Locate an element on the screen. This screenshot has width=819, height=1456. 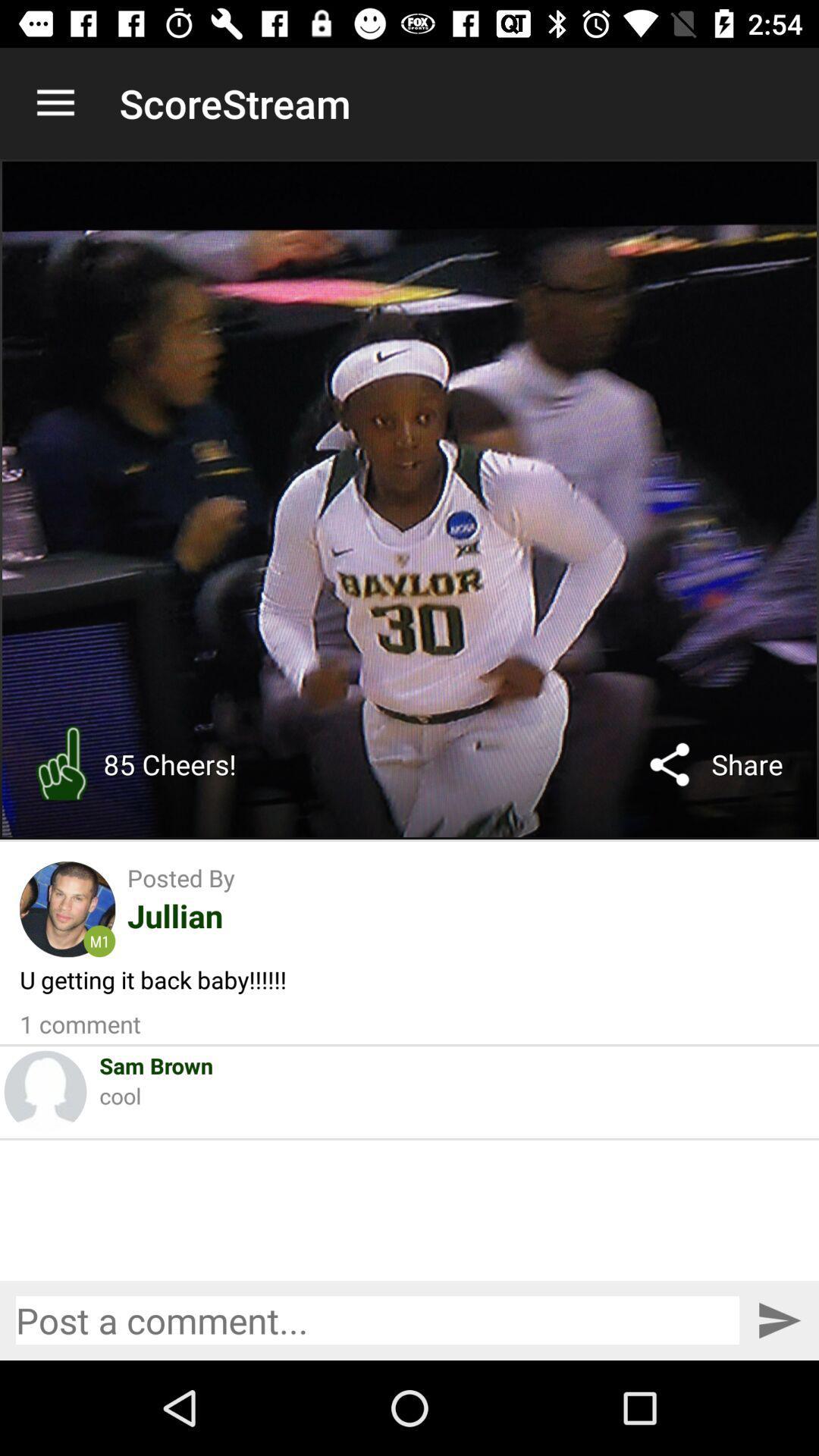
post a comment is located at coordinates (376, 1319).